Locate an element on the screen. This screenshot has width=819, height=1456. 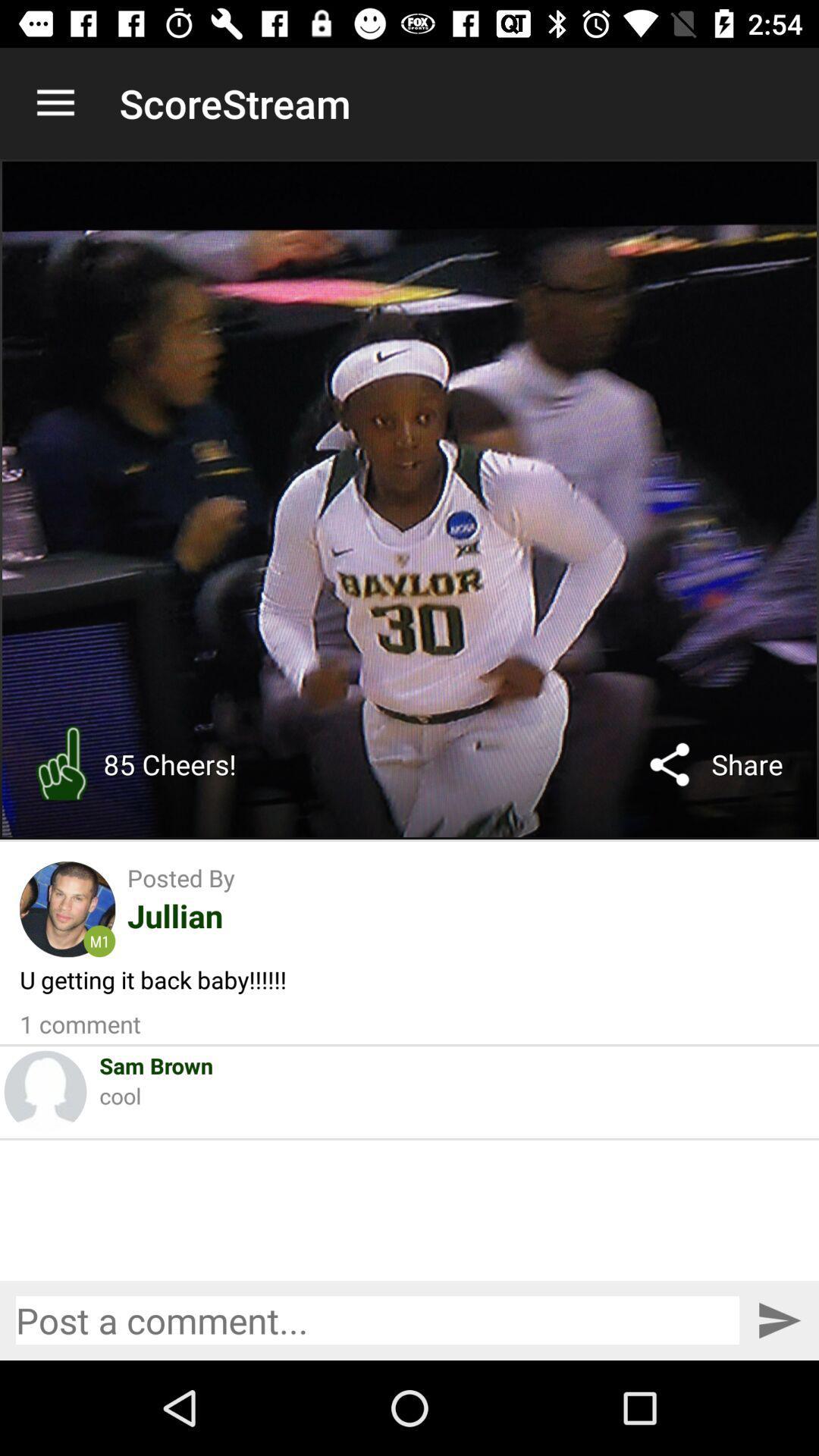
post a comment is located at coordinates (376, 1319).